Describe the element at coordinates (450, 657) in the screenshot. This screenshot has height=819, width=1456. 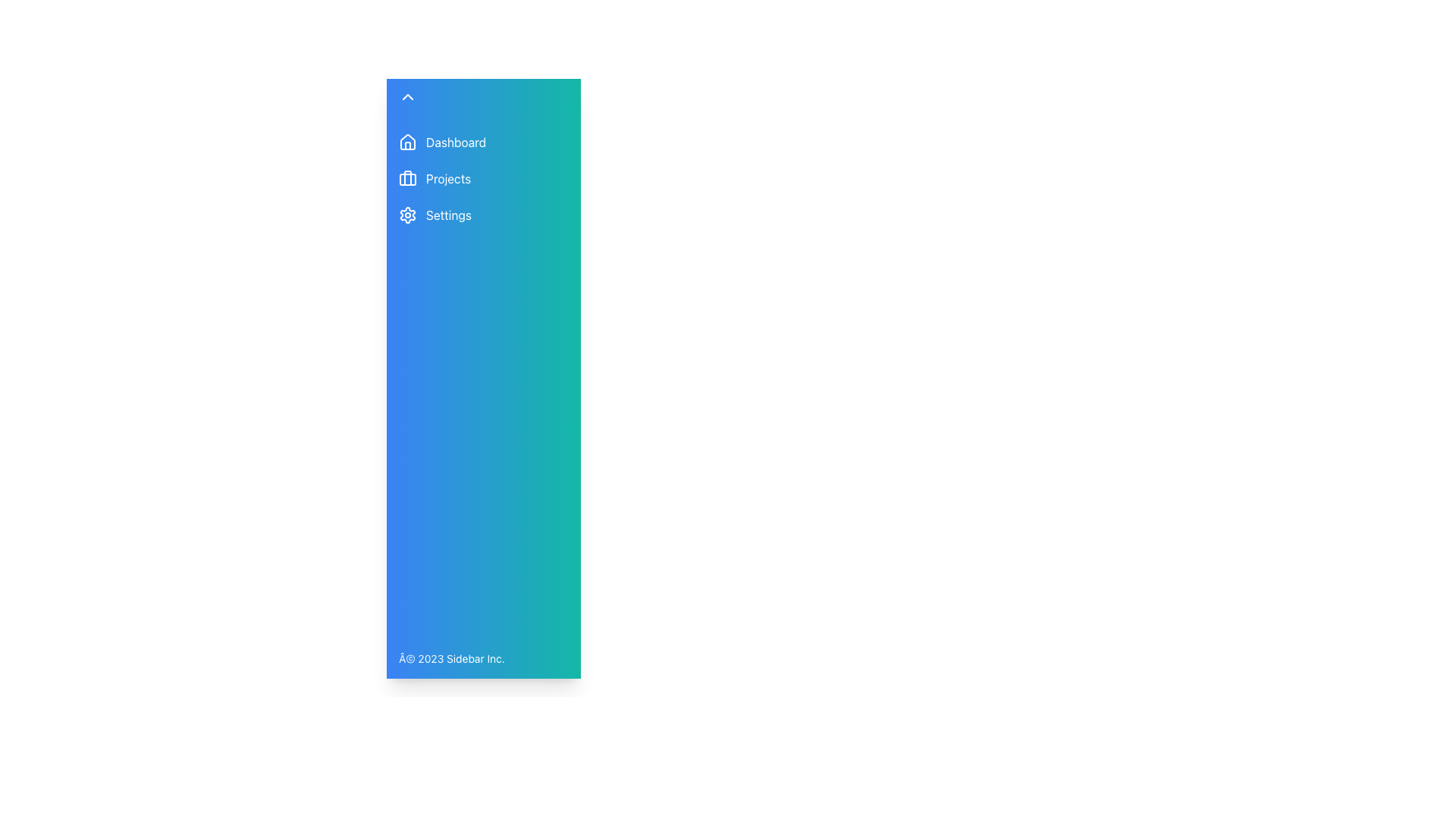
I see `the copyright notice text at the bottom of the sidebar, which conveys ownership information about the Sidebar Inc. application for the year 2023` at that location.